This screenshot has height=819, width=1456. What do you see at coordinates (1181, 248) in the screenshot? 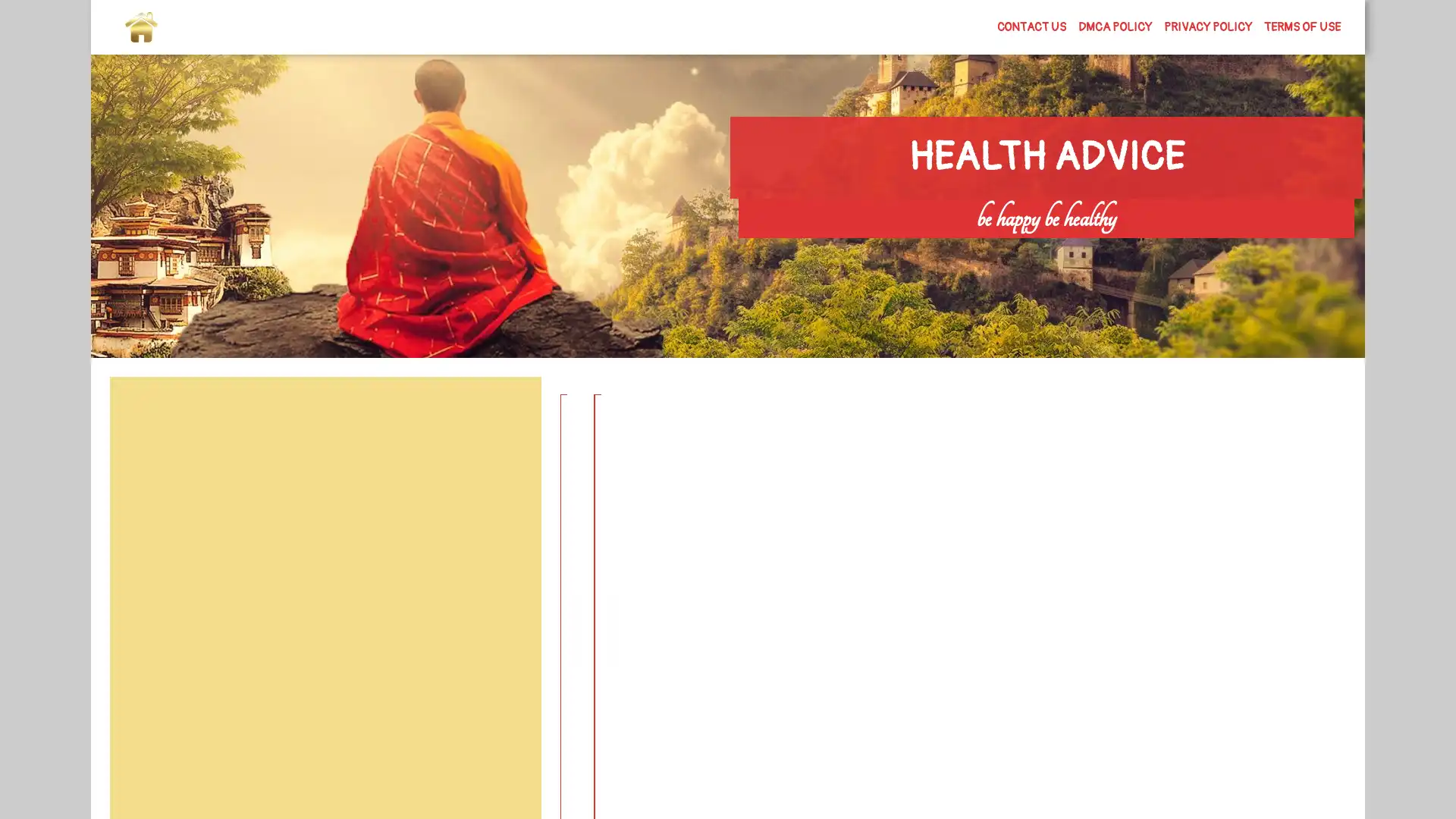
I see `Search` at bounding box center [1181, 248].